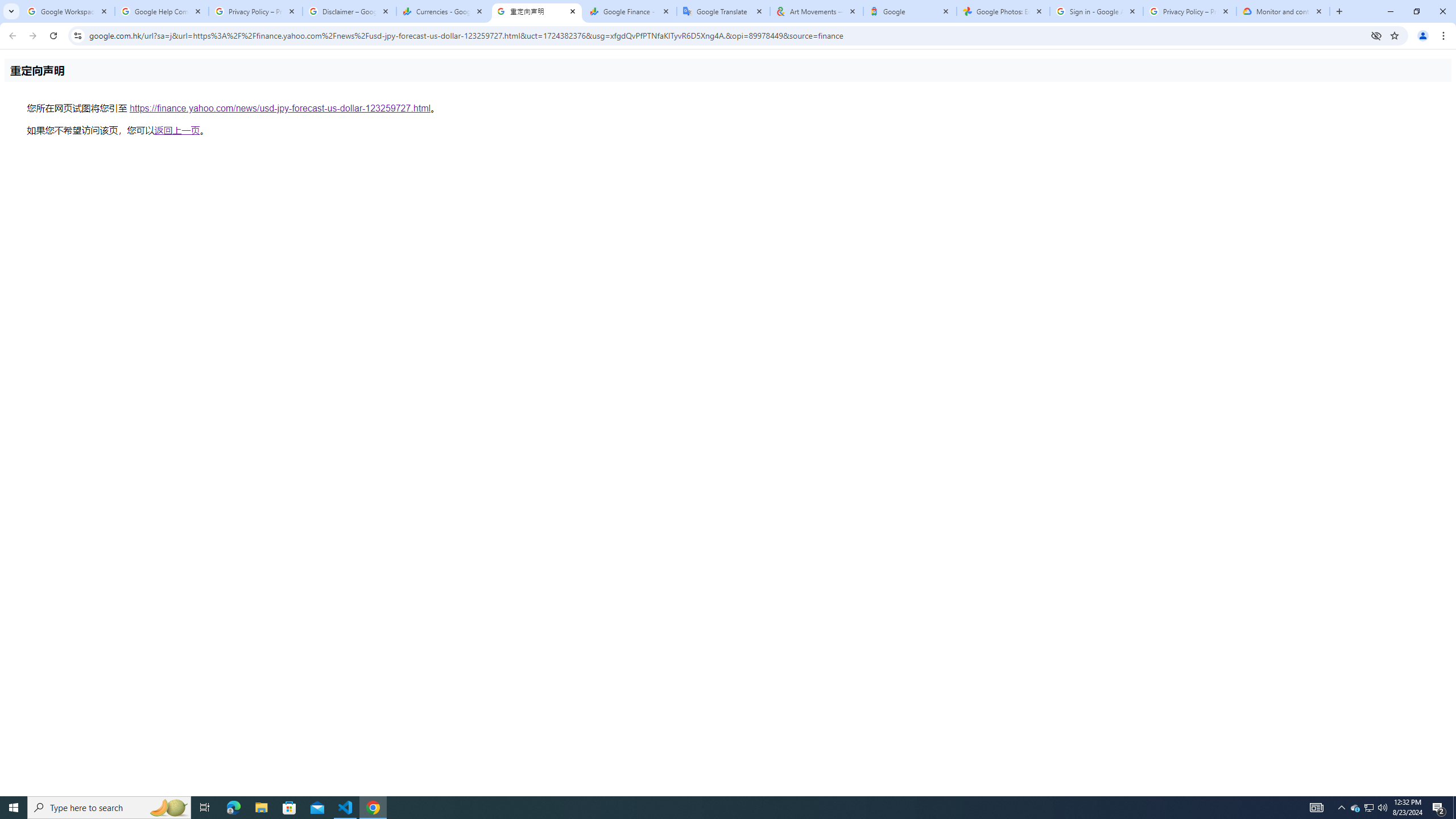  What do you see at coordinates (442, 11) in the screenshot?
I see `'Currencies - Google Finance'` at bounding box center [442, 11].